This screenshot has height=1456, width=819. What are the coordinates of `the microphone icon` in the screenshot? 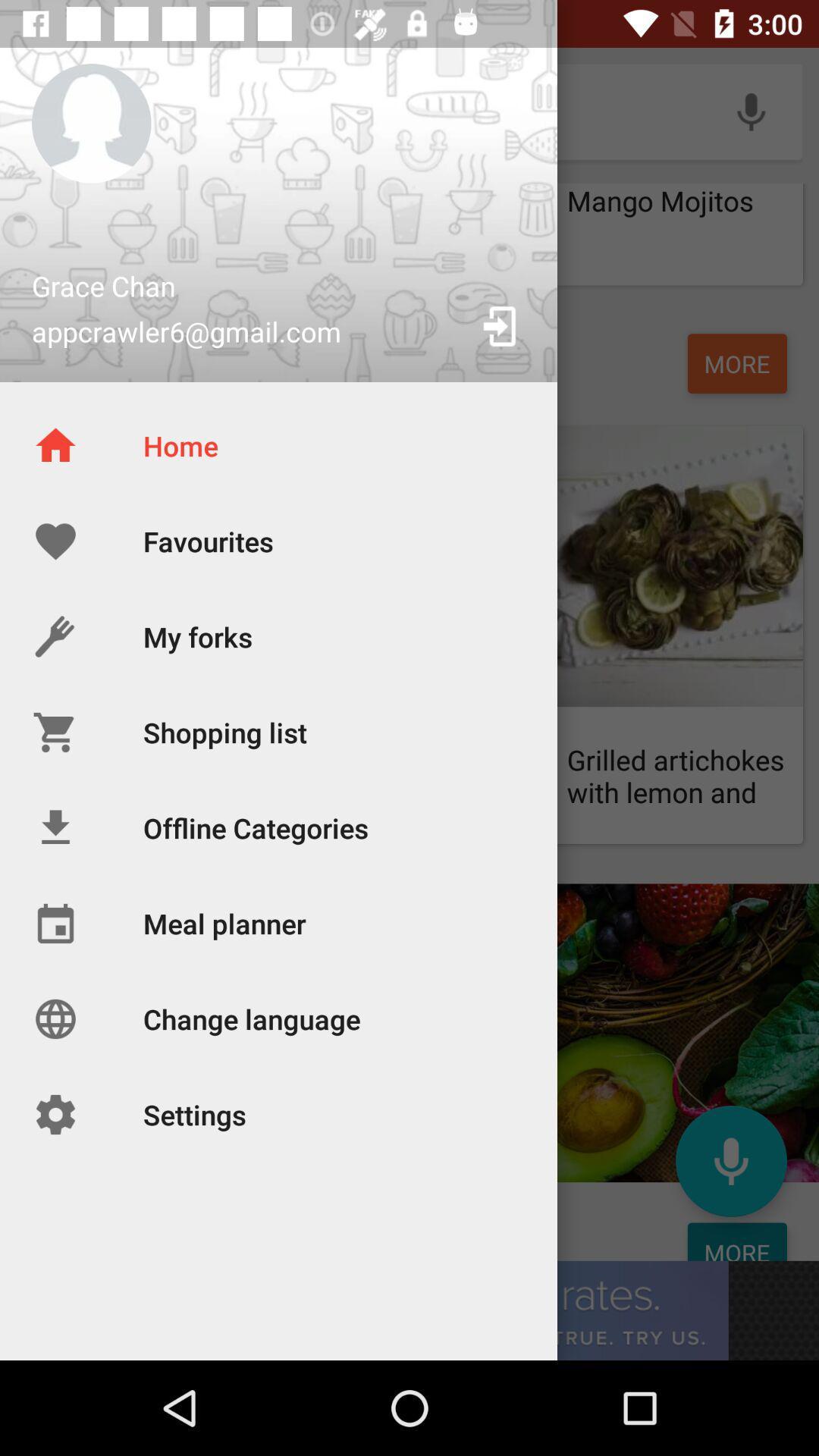 It's located at (730, 1160).